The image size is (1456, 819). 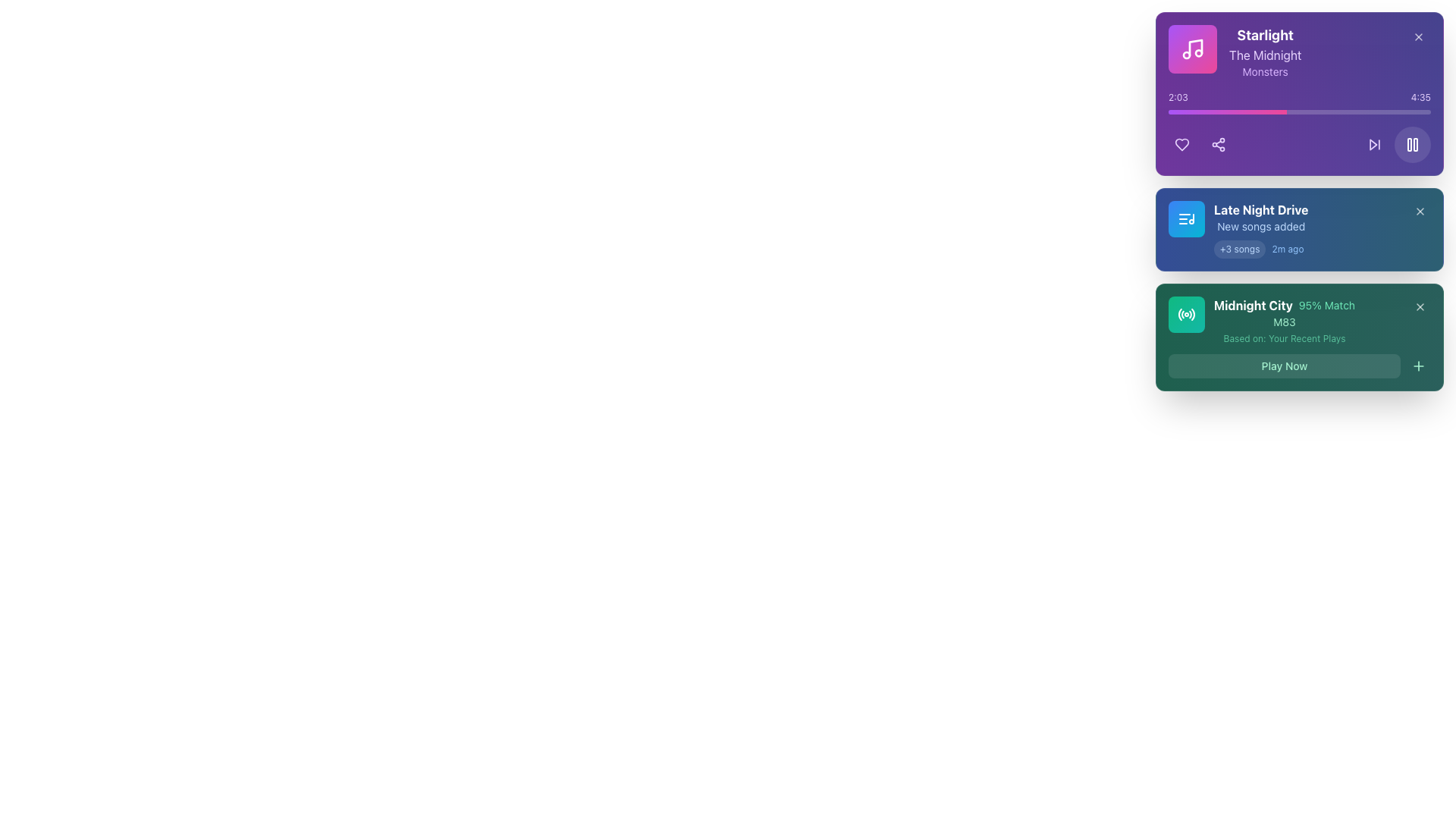 What do you see at coordinates (1227, 111) in the screenshot?
I see `the progress indicator, a horizontal bar with a gradient color transition from purple to pink, located at the top of the interface within a card-like component displaying a playing music track` at bounding box center [1227, 111].